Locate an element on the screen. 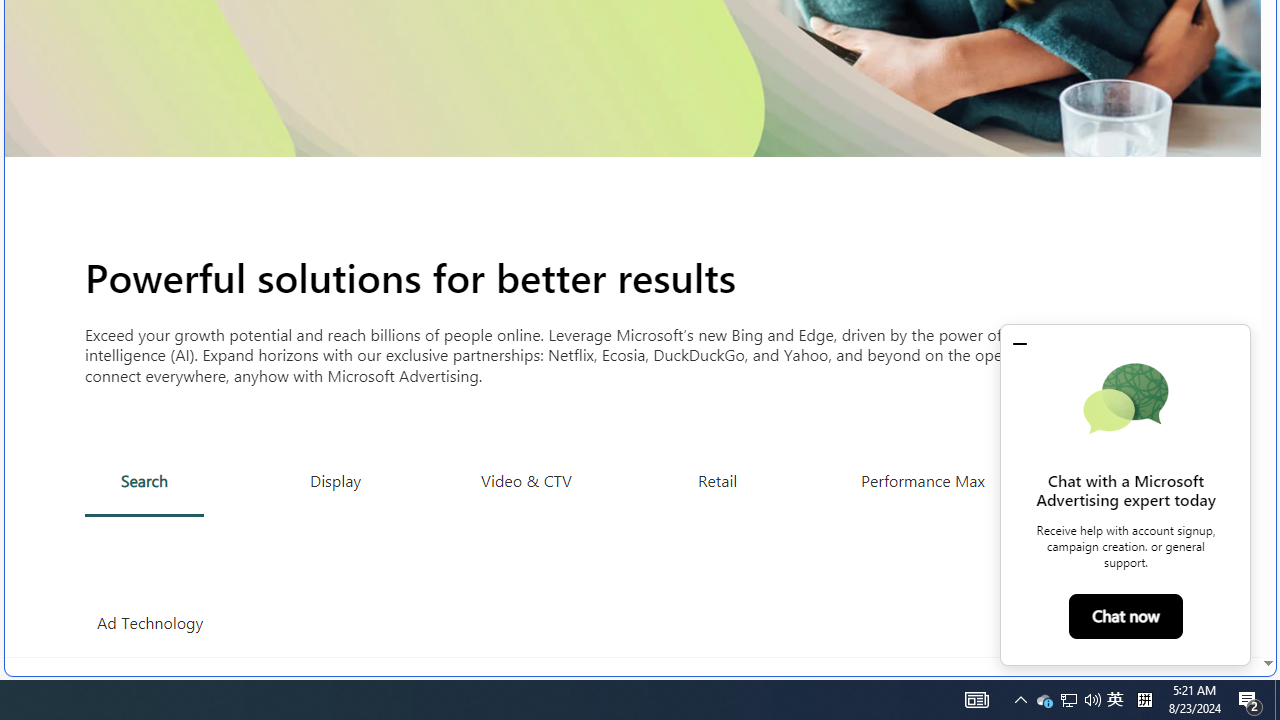  'Display' is located at coordinates (336, 480).